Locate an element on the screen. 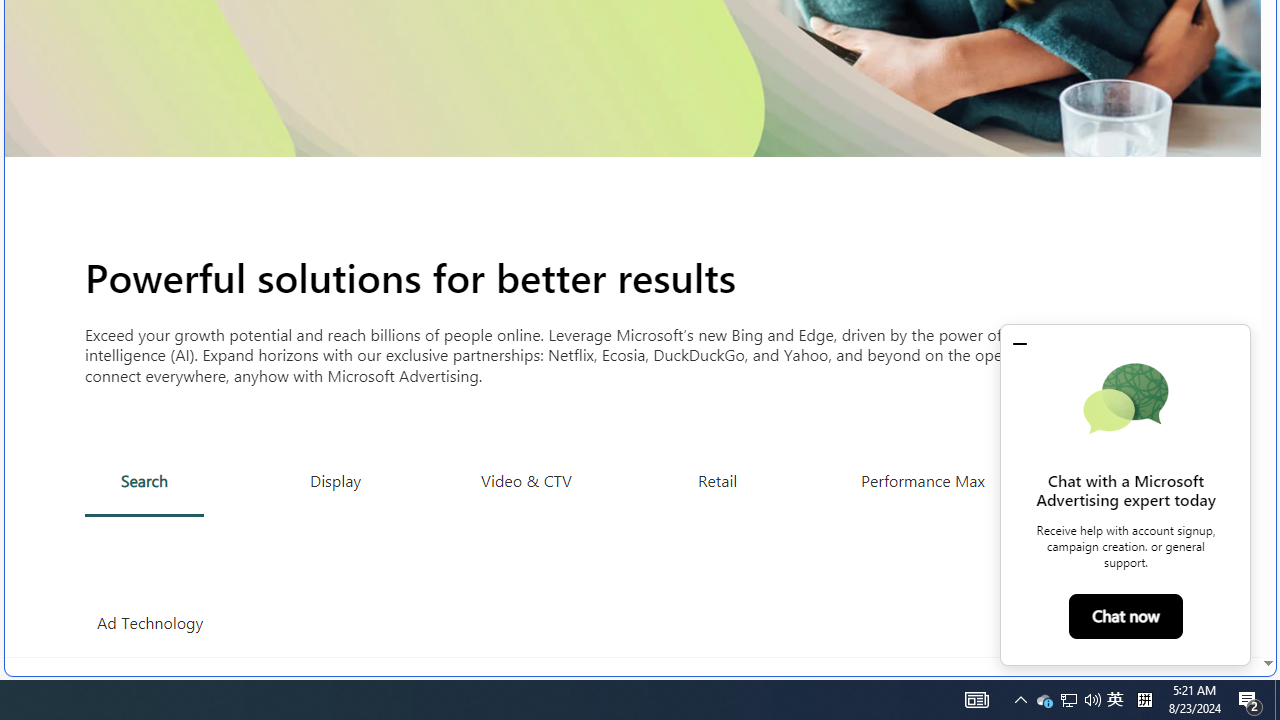  'Display' is located at coordinates (336, 480).